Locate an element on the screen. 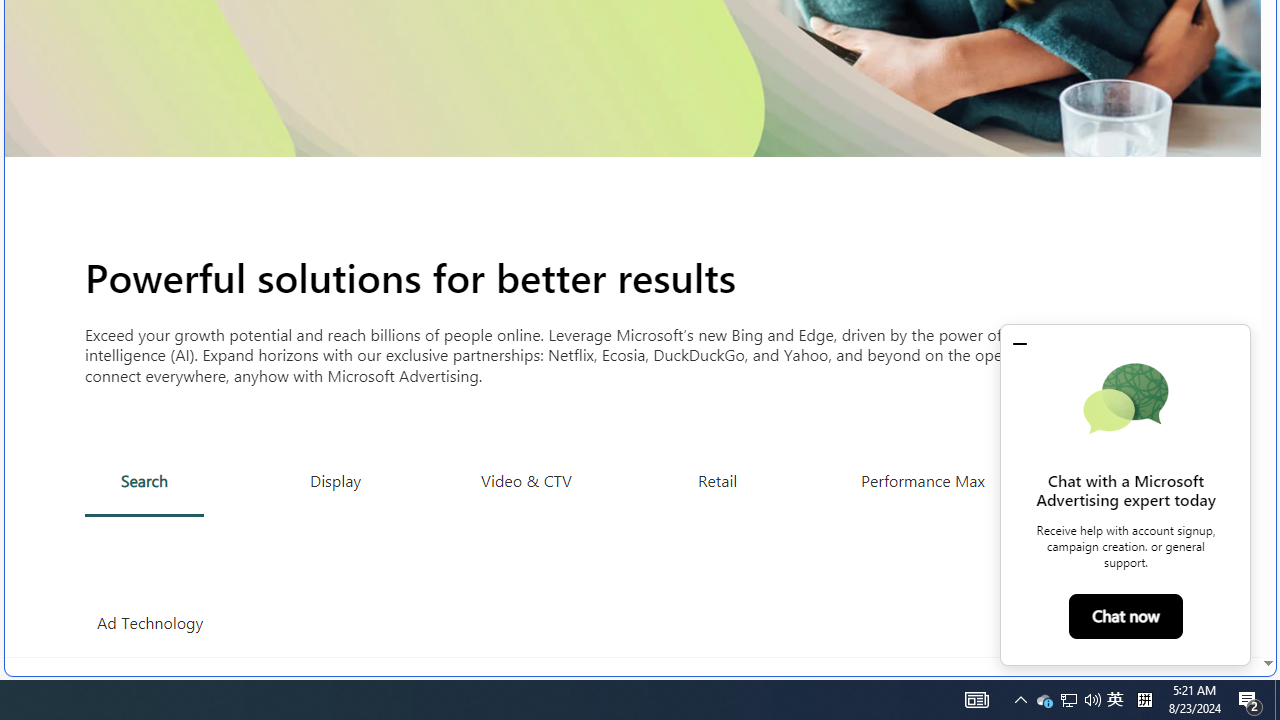  'Display' is located at coordinates (336, 480).